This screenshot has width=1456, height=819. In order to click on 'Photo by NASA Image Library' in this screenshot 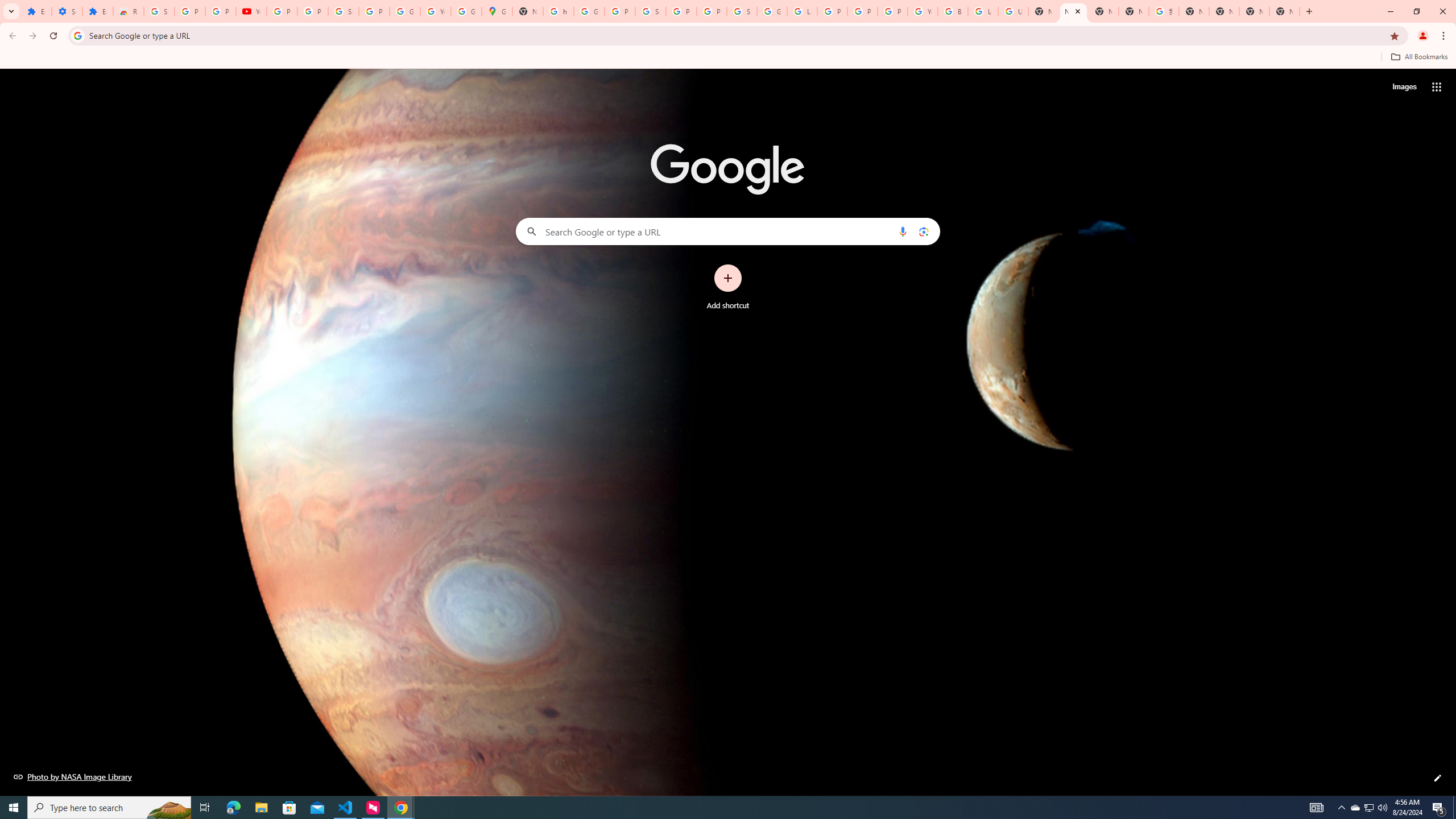, I will do `click(72, 776)`.